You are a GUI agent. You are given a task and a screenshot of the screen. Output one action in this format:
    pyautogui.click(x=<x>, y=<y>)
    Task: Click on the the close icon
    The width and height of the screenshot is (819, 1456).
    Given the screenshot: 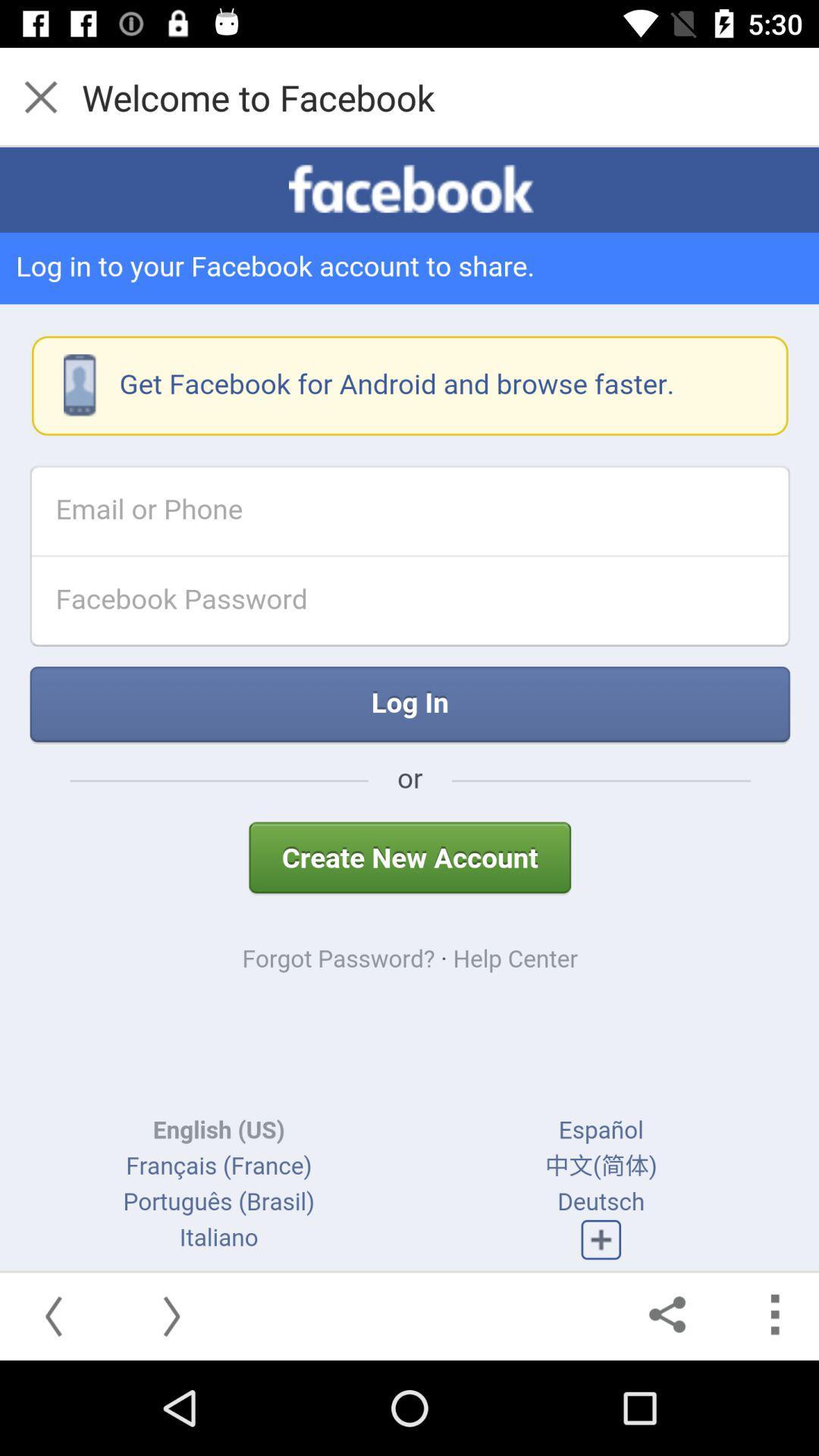 What is the action you would take?
    pyautogui.click(x=40, y=96)
    